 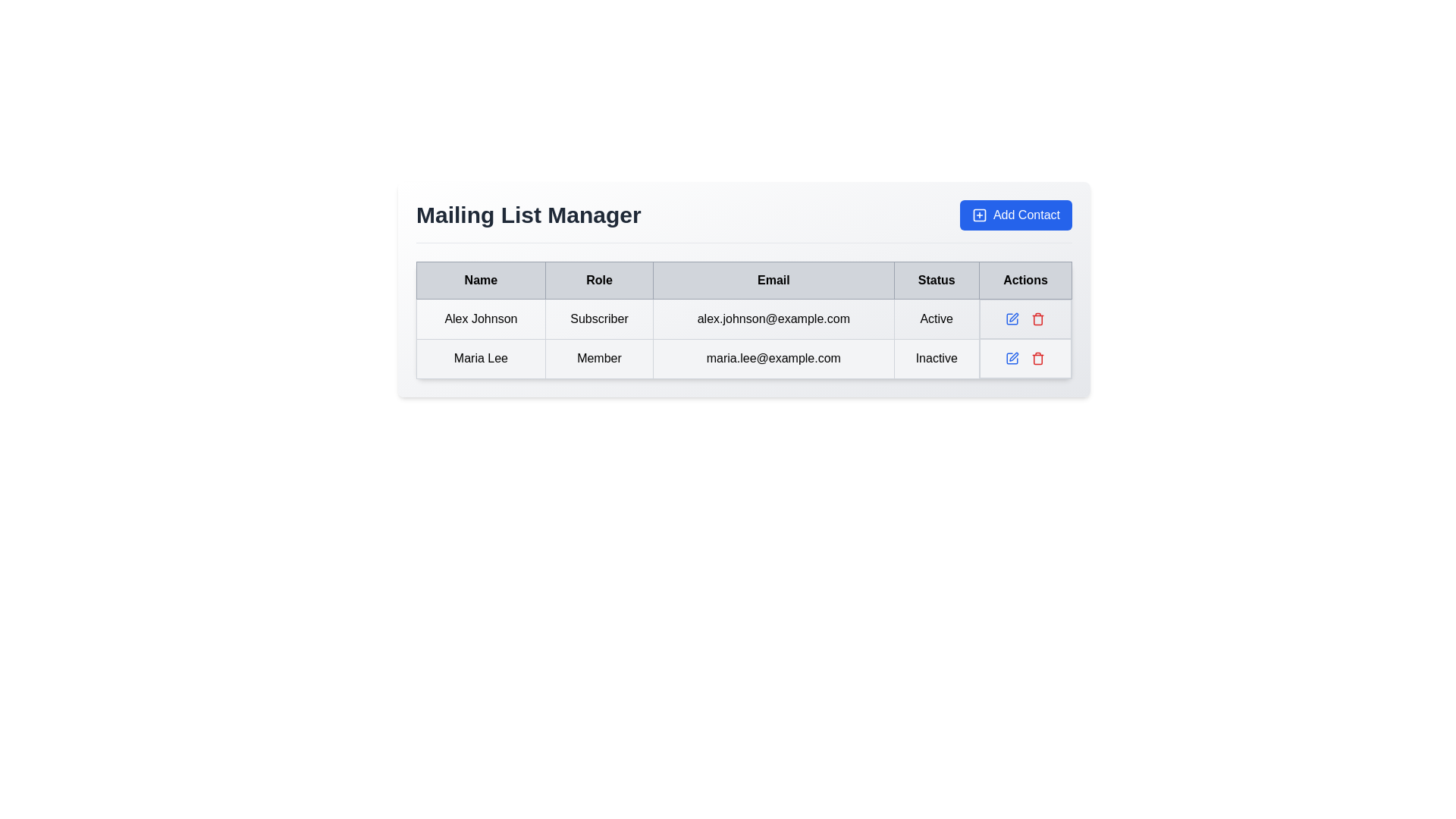 What do you see at coordinates (936, 359) in the screenshot?
I see `static text field displaying the status 'Inactive' for the user 'Maria Lee', located in the fourth column of the data table under the 'Mailing List Manager' header` at bounding box center [936, 359].